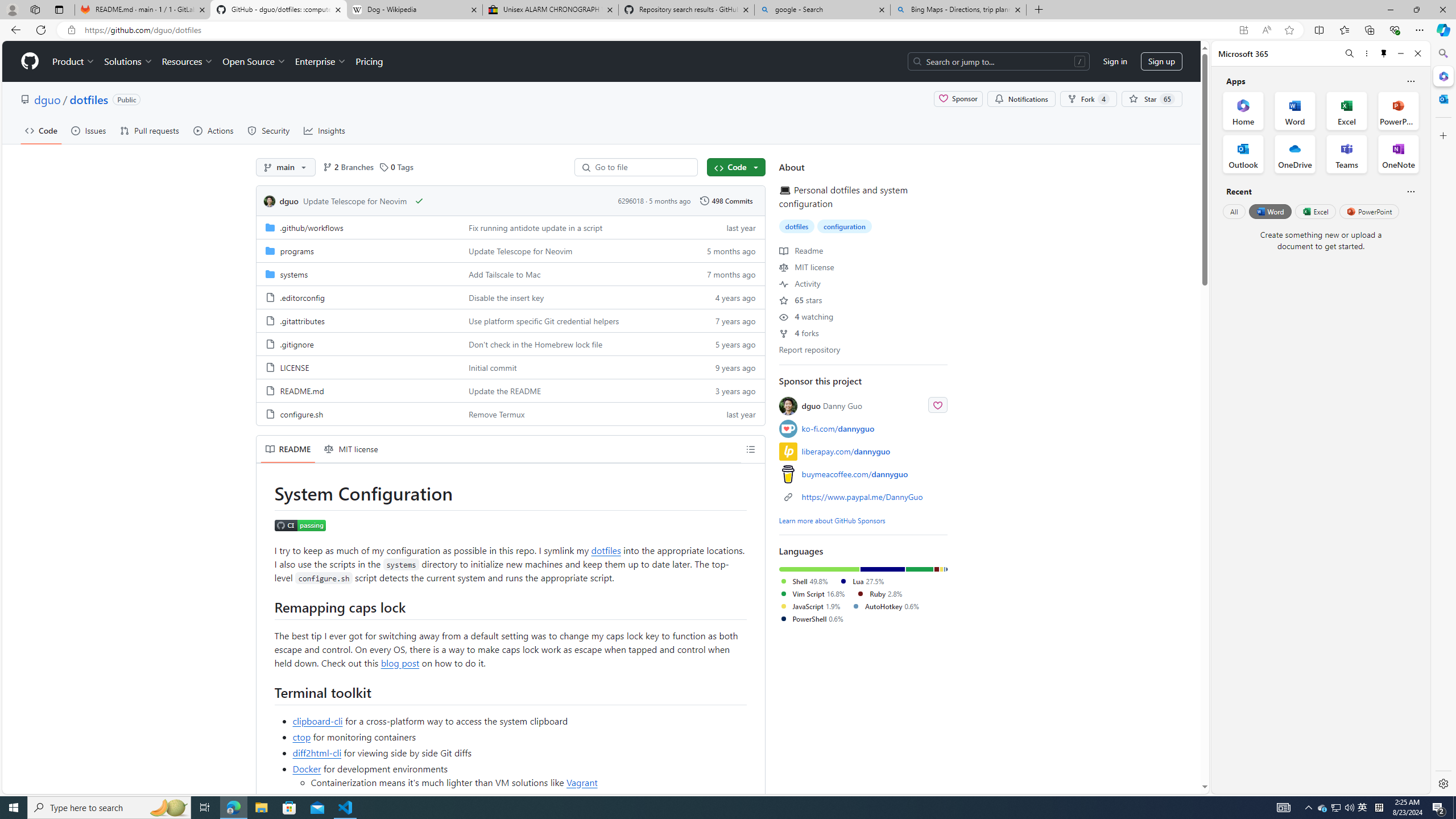  I want to click on 'Actions', so click(213, 130).